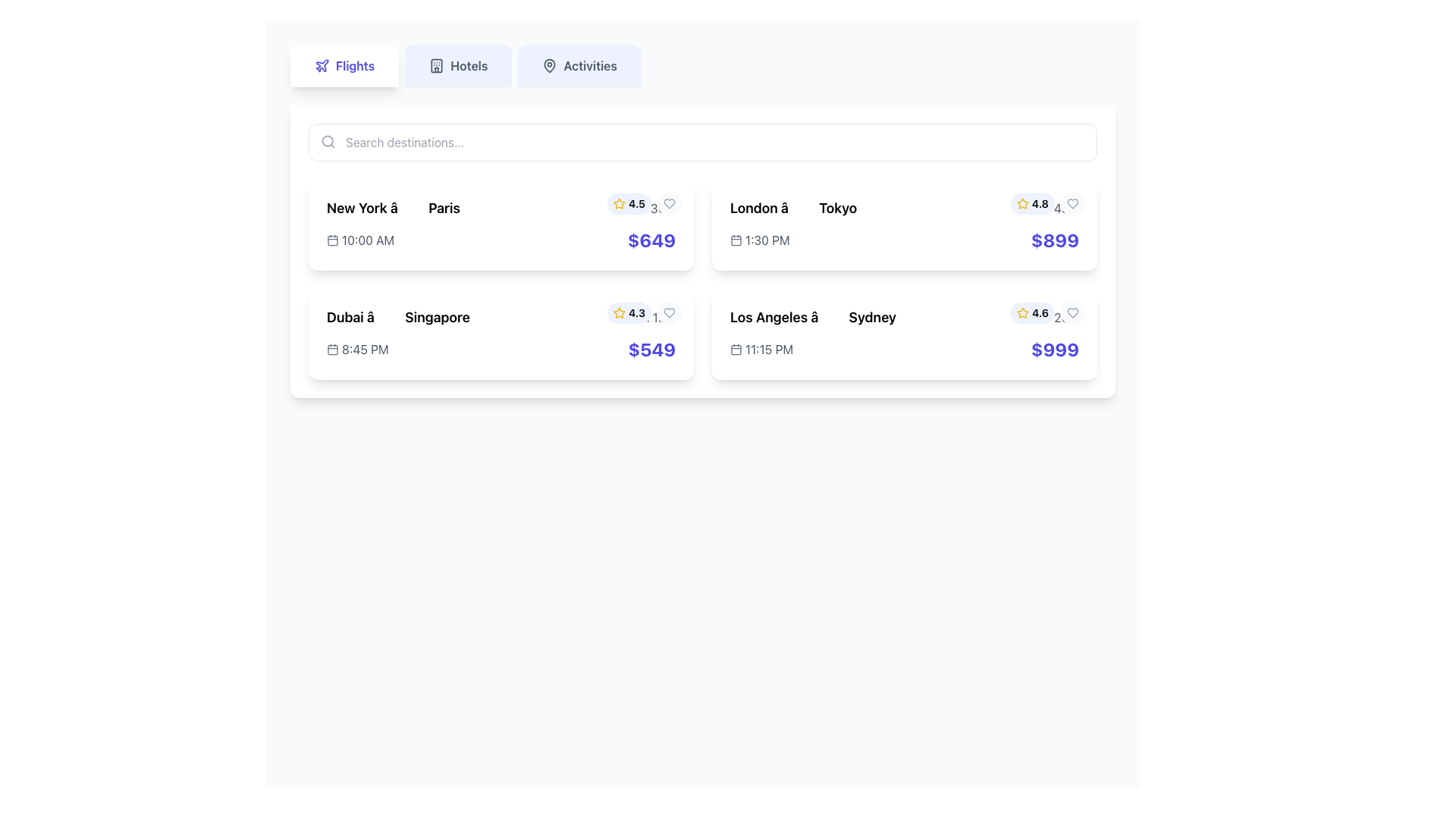 The image size is (1456, 819). What do you see at coordinates (761, 350) in the screenshot?
I see `displayed departure time for the flight from Los Angeles to Sydney, located at the bottom-right corner of the flight item card, under the flight route details` at bounding box center [761, 350].